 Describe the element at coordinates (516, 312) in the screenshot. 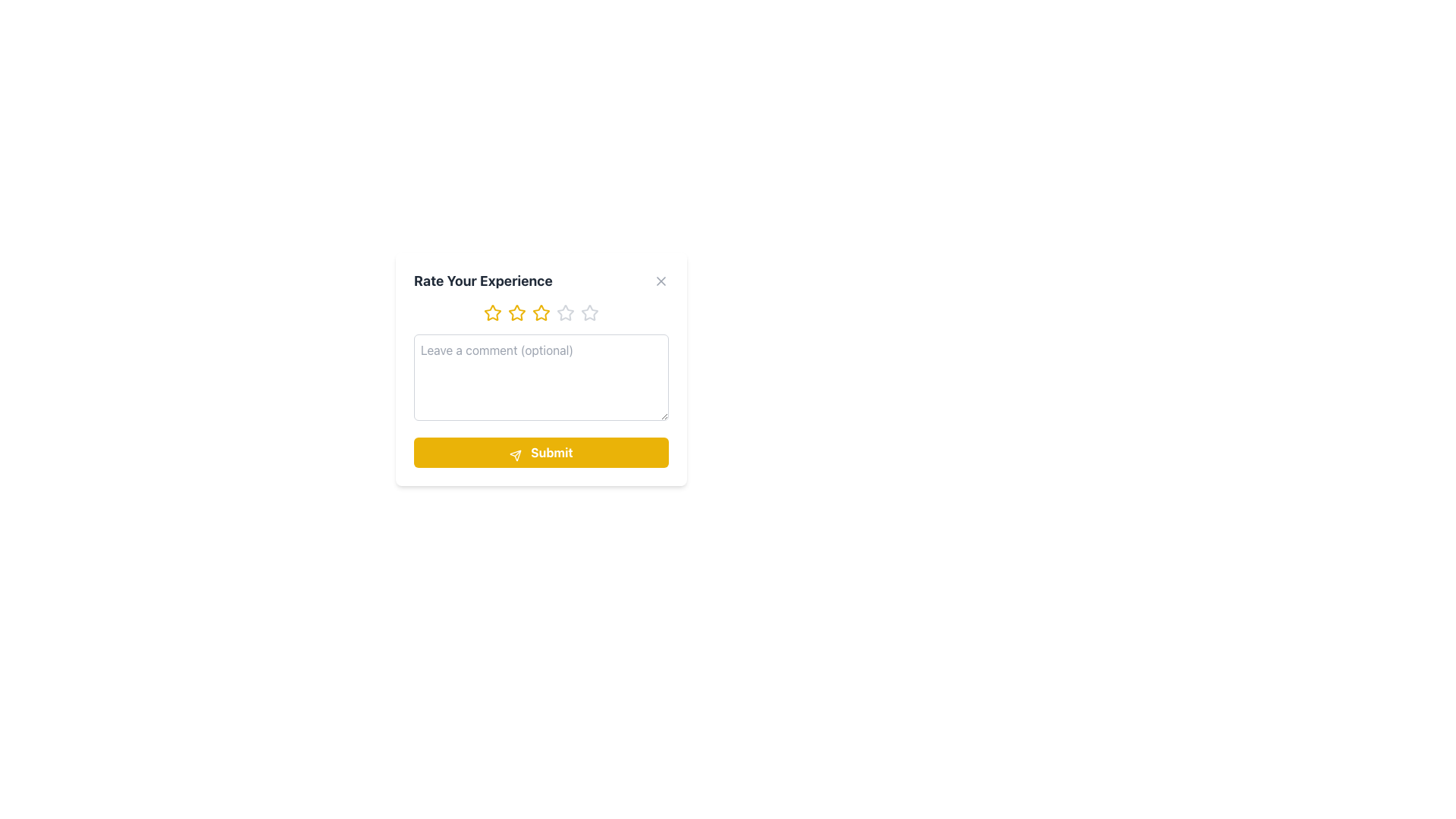

I see `the second star icon used for rating in the user feedback system, located beneath the title 'Rate Your Experience' and above the text input box` at that location.